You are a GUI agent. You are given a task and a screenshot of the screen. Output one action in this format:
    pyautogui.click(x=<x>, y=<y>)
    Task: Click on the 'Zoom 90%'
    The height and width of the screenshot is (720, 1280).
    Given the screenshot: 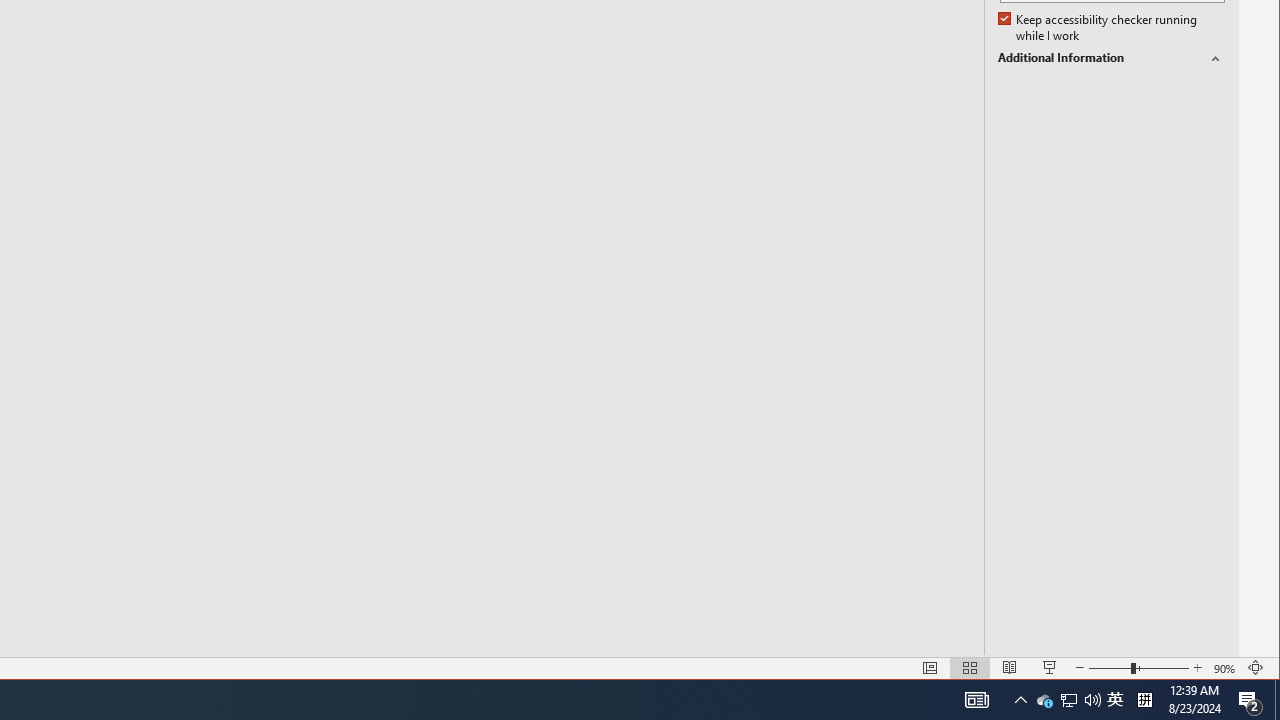 What is the action you would take?
    pyautogui.click(x=1224, y=668)
    